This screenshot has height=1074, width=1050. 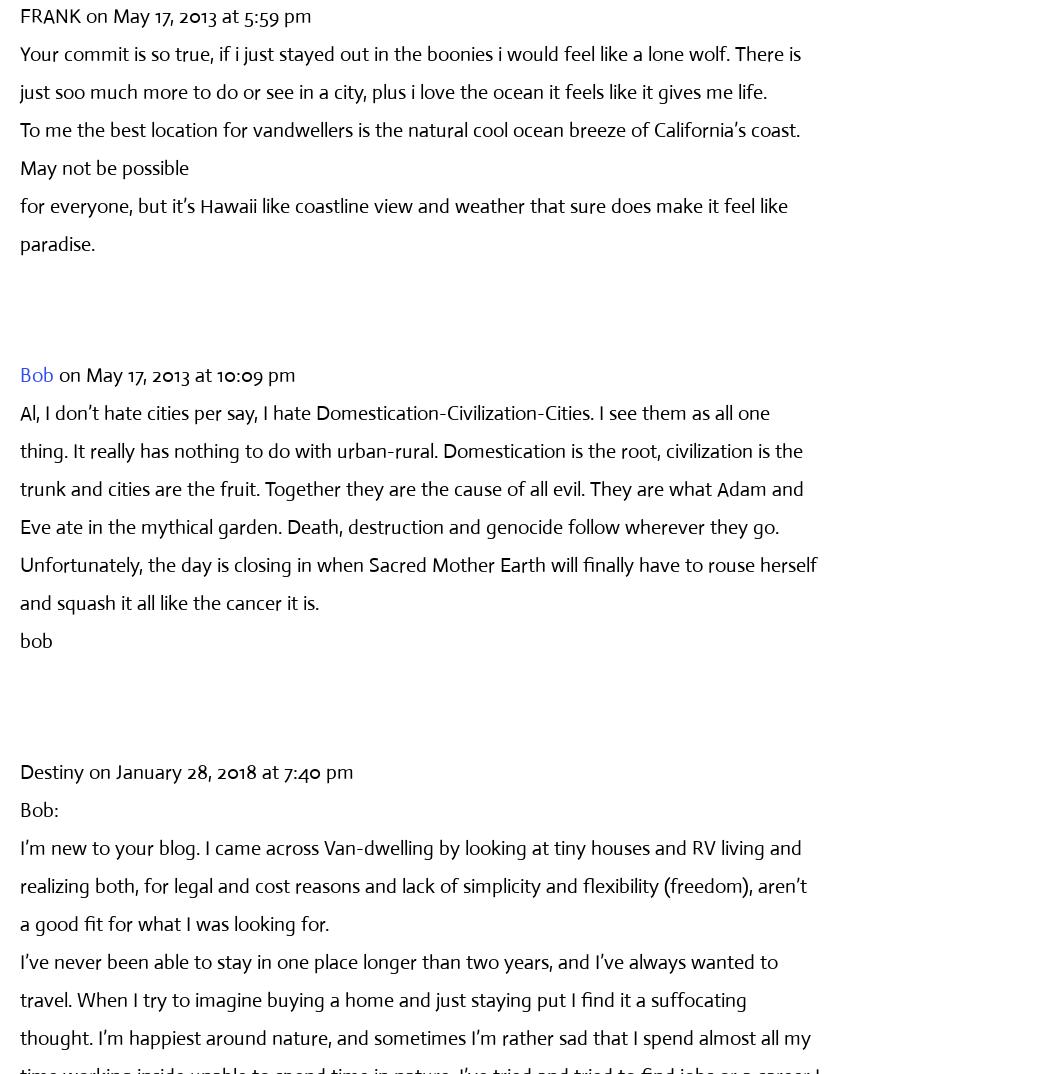 What do you see at coordinates (19, 14) in the screenshot?
I see `'FRANK'` at bounding box center [19, 14].